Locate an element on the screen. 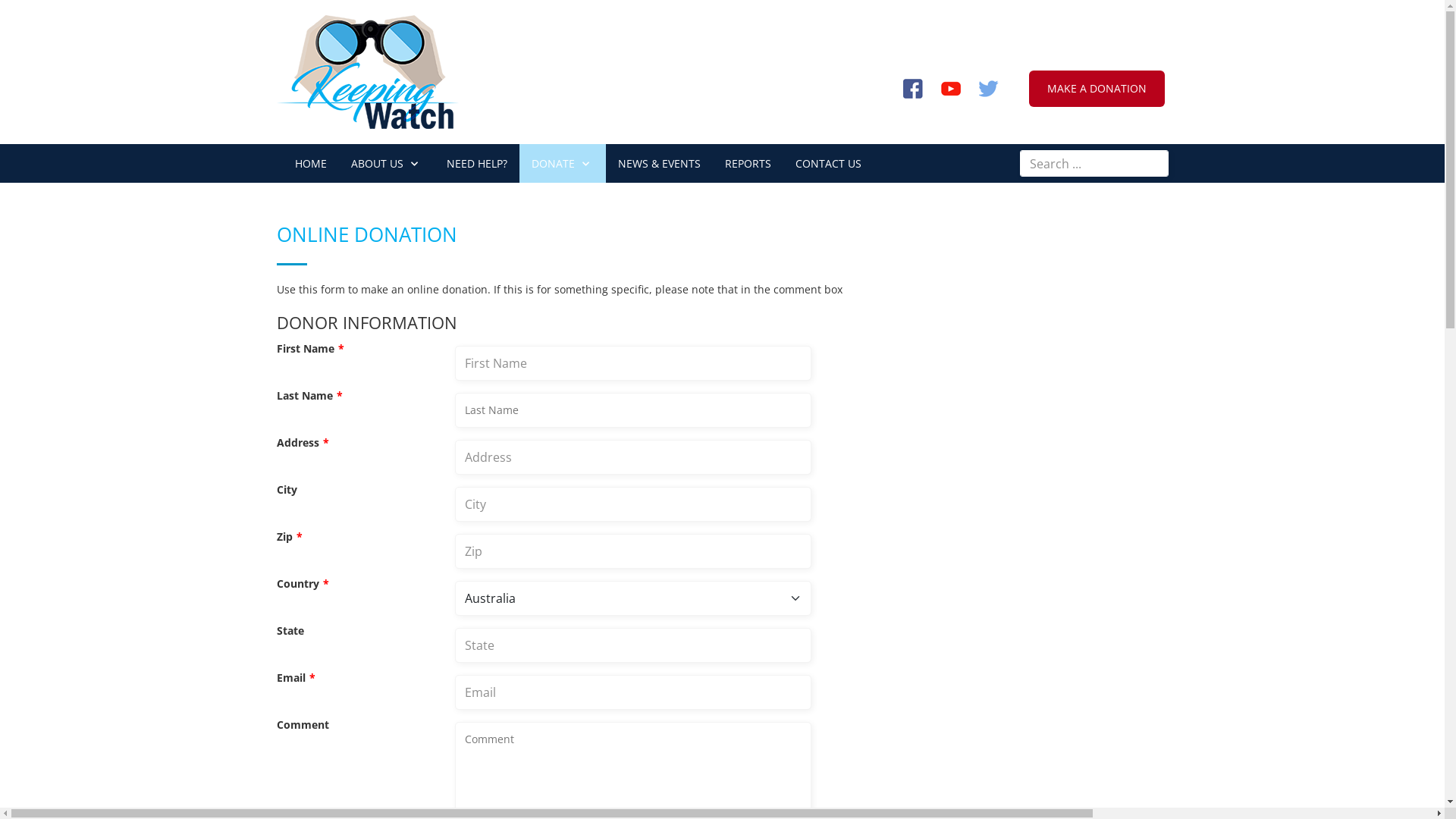  'REPORTS' is located at coordinates (712, 163).